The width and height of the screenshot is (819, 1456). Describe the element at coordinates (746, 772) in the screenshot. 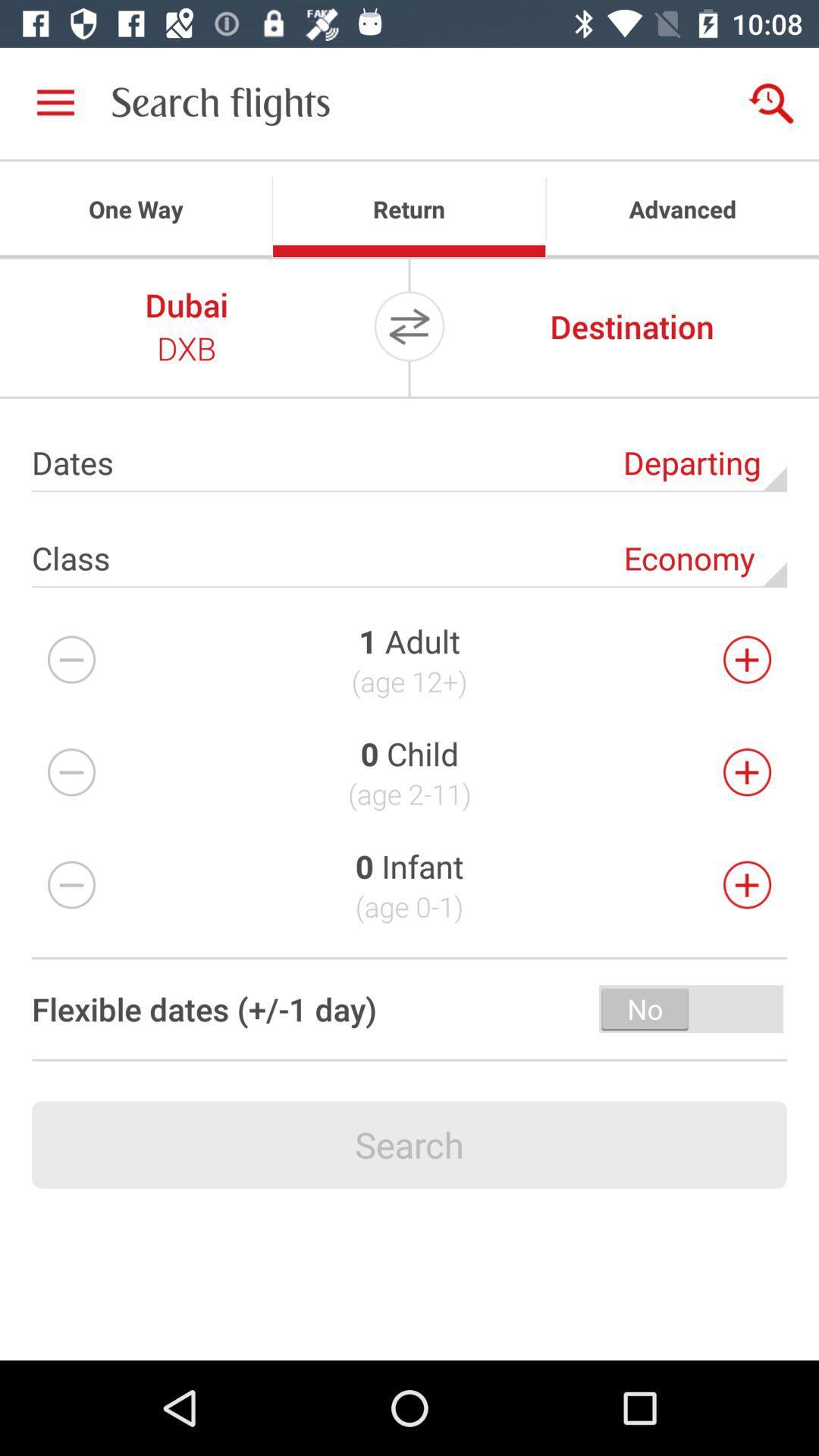

I see `the add icon` at that location.